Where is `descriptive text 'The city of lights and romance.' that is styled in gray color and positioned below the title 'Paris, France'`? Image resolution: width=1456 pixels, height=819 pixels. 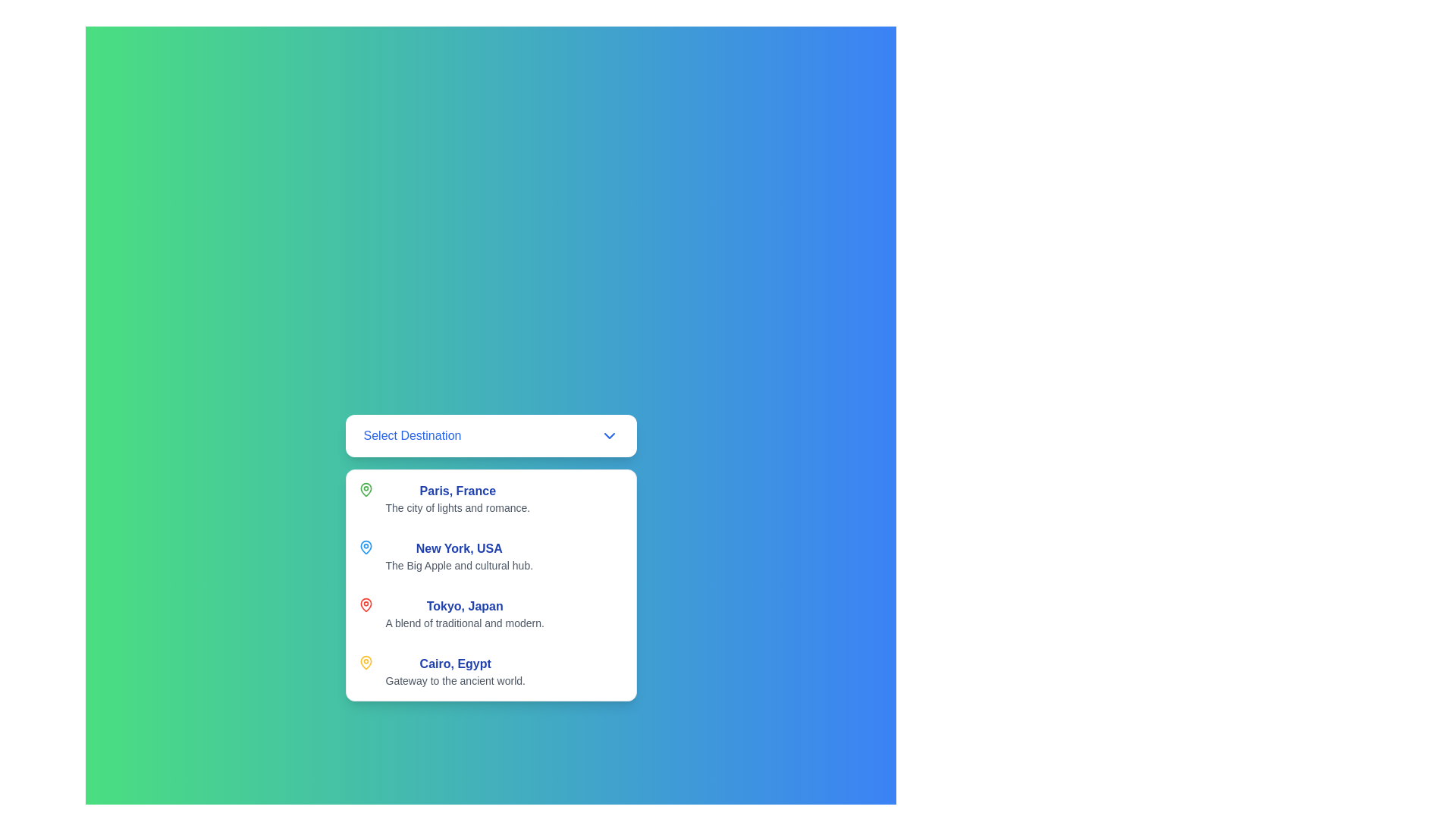
descriptive text 'The city of lights and romance.' that is styled in gray color and positioned below the title 'Paris, France' is located at coordinates (457, 508).